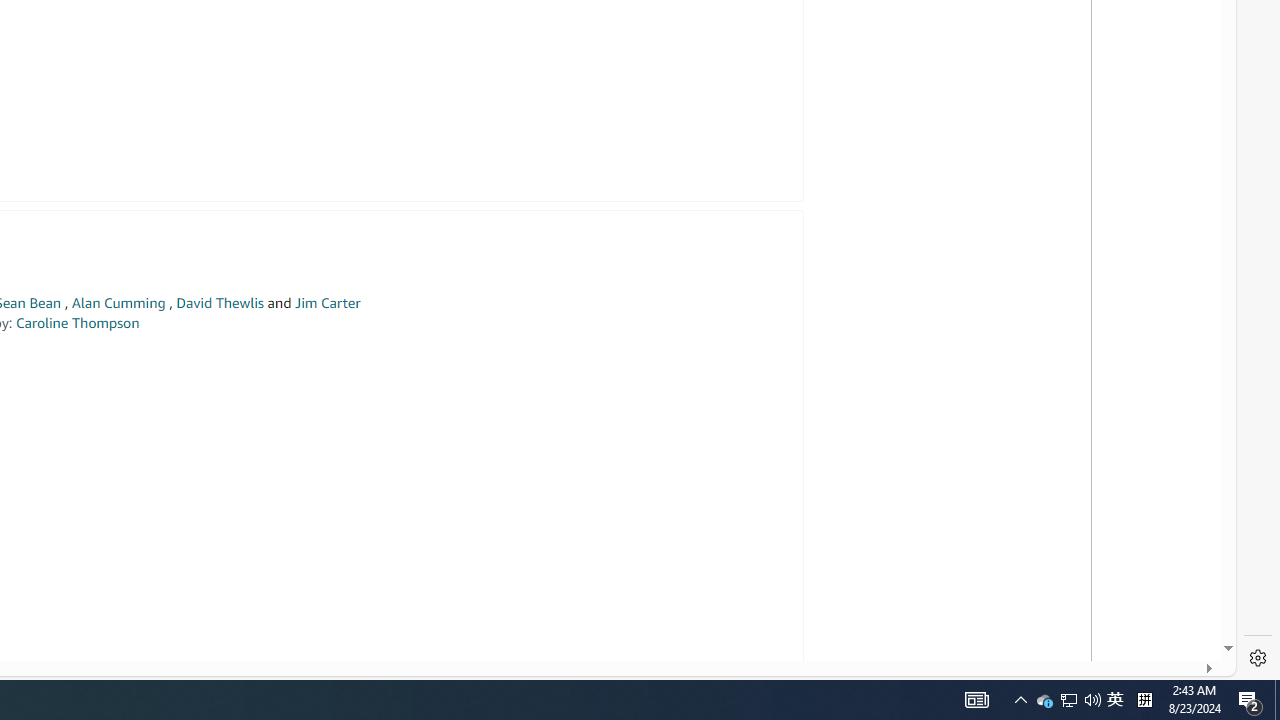  Describe the element at coordinates (77, 322) in the screenshot. I see `'Caroline Thompson'` at that location.